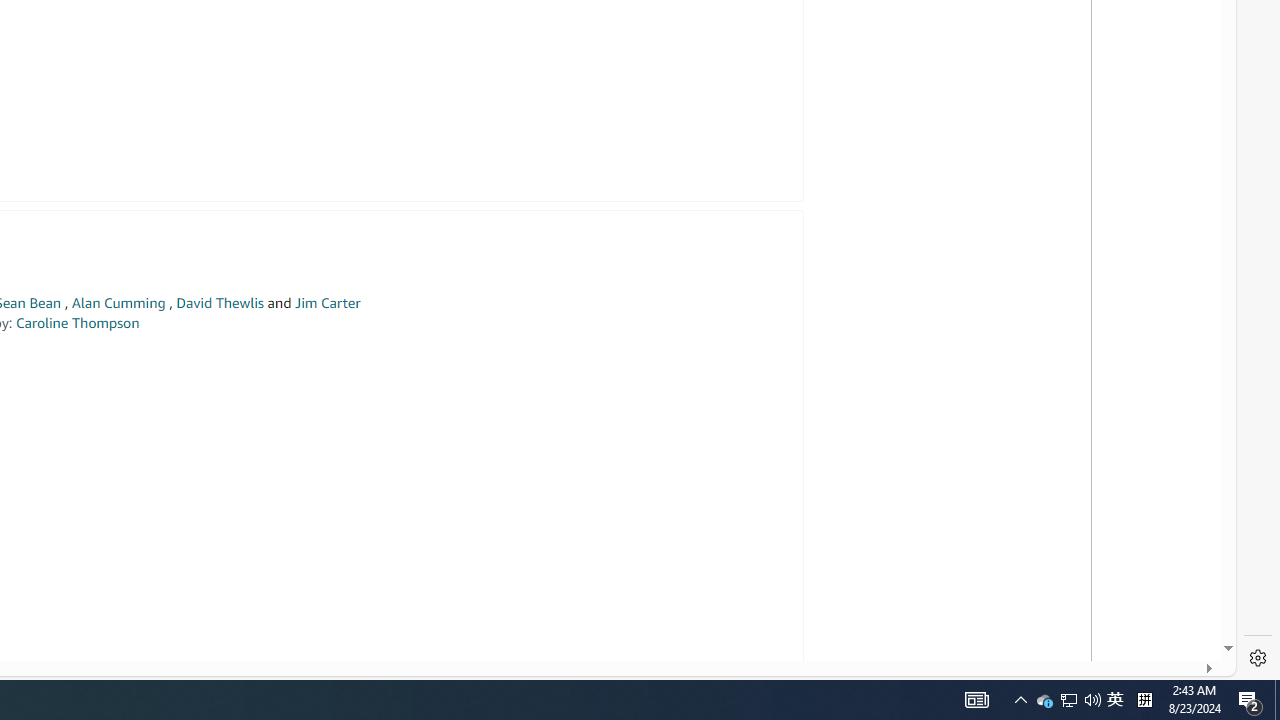  Describe the element at coordinates (77, 322) in the screenshot. I see `'Caroline Thompson'` at that location.